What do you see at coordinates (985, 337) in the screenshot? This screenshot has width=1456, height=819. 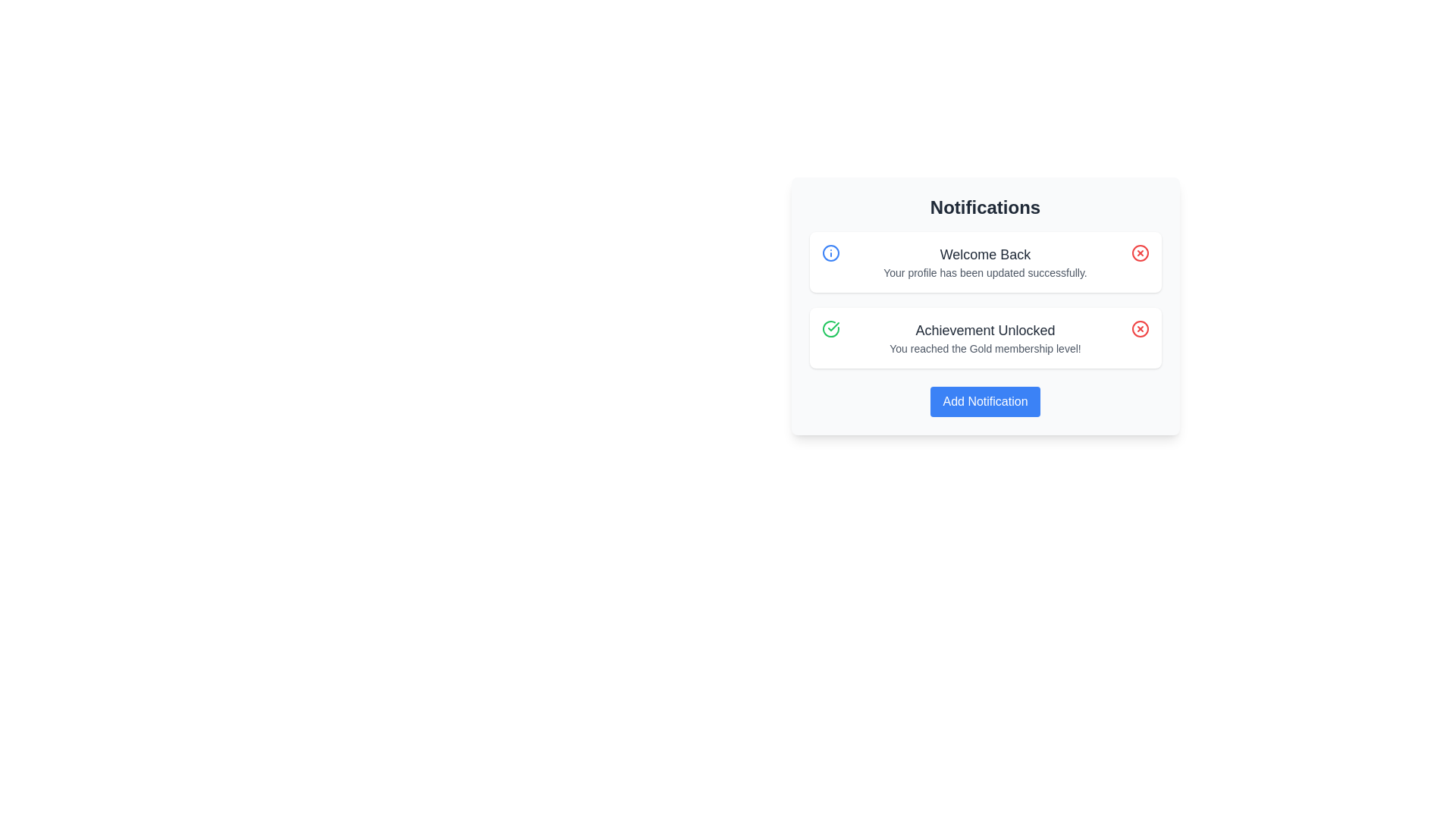 I see `the second notification card in the notification panel that informs the user of their achievement of reaching the Gold membership level` at bounding box center [985, 337].